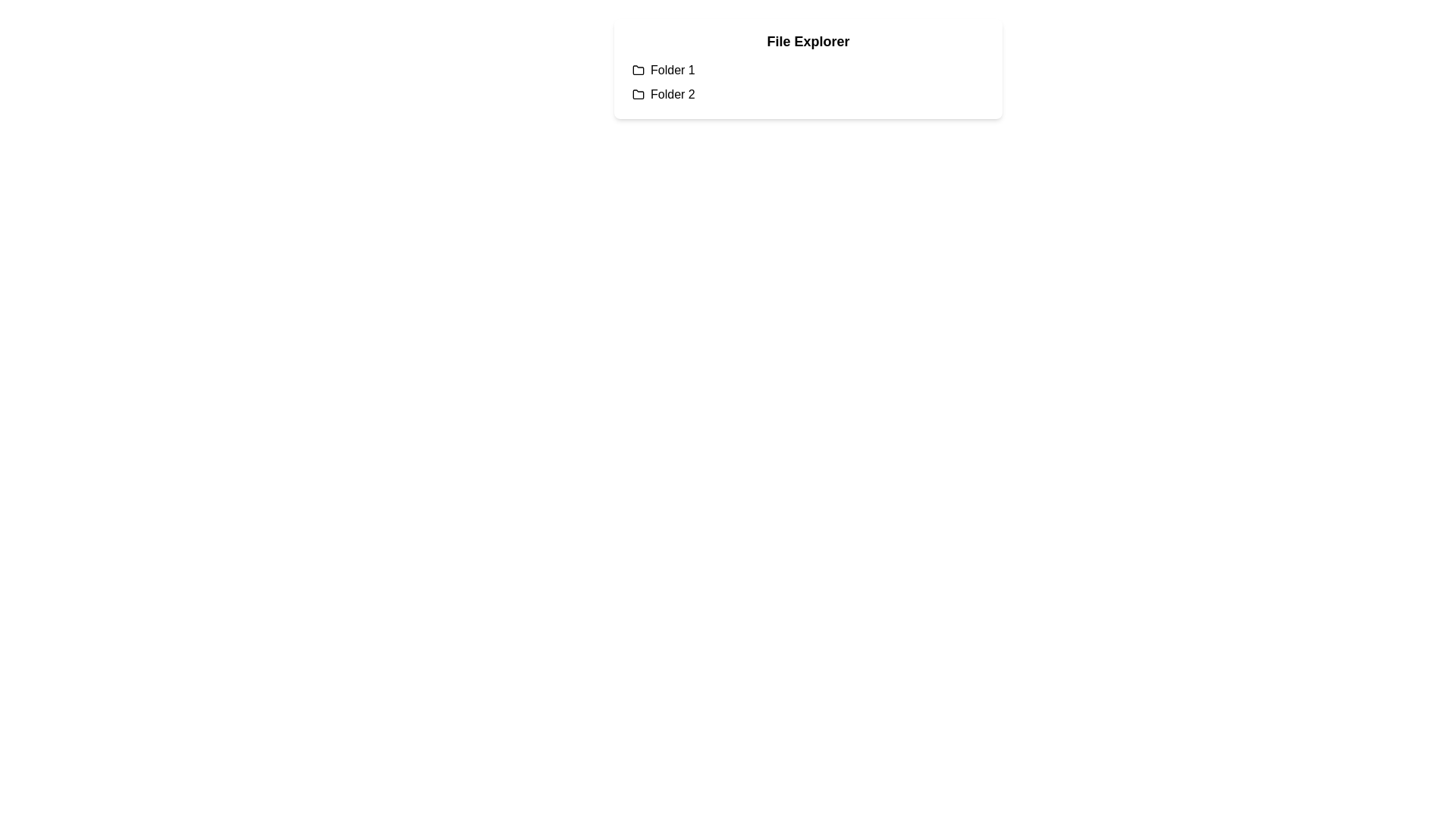 The image size is (1456, 819). What do you see at coordinates (672, 94) in the screenshot?
I see `the text label reading 'Folder 2' that is styled in a standard sans-serif font and located under the 'File Explorer' heading, aligned with a folder icon` at bounding box center [672, 94].